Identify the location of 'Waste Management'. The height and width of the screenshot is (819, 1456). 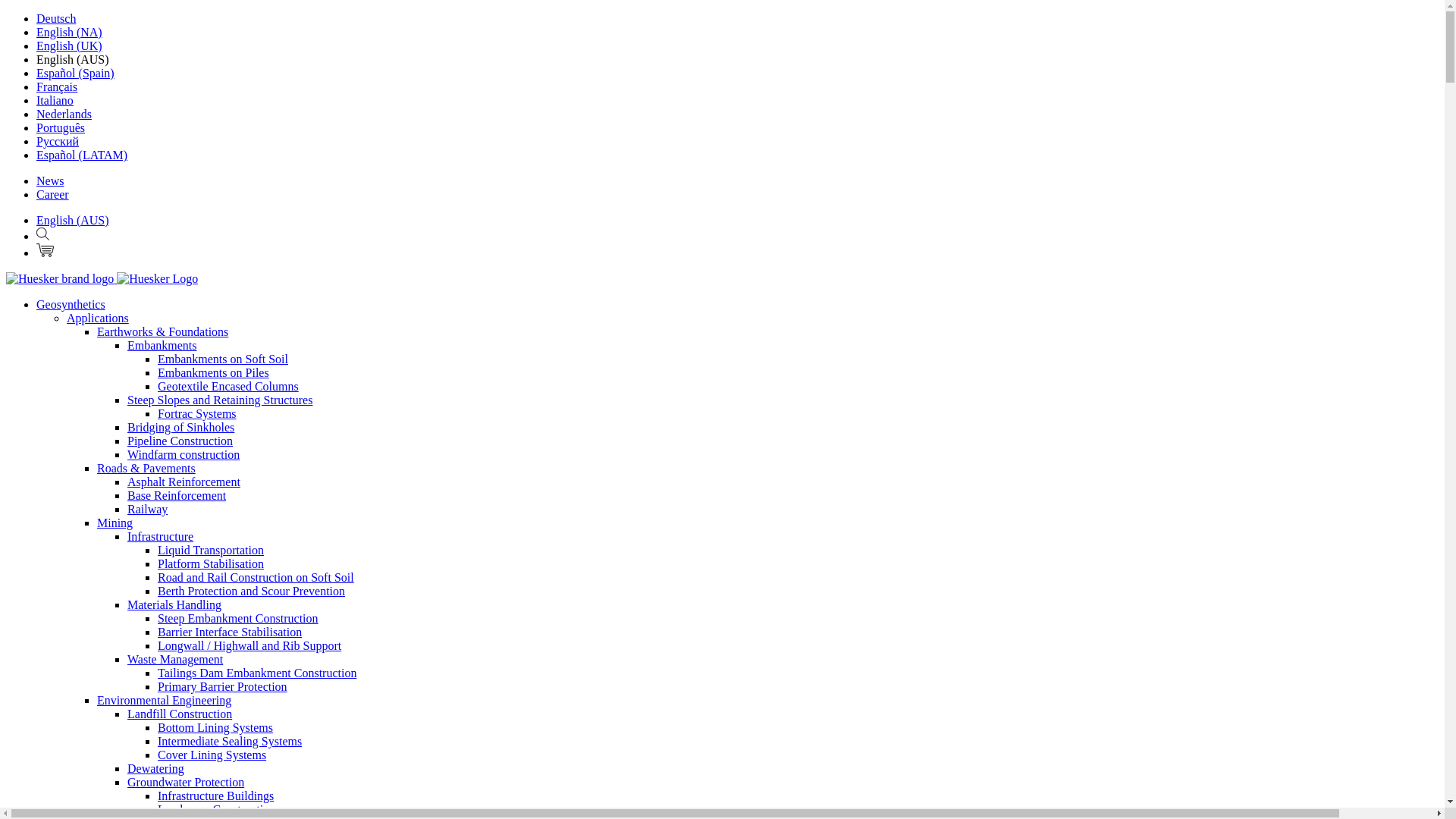
(127, 658).